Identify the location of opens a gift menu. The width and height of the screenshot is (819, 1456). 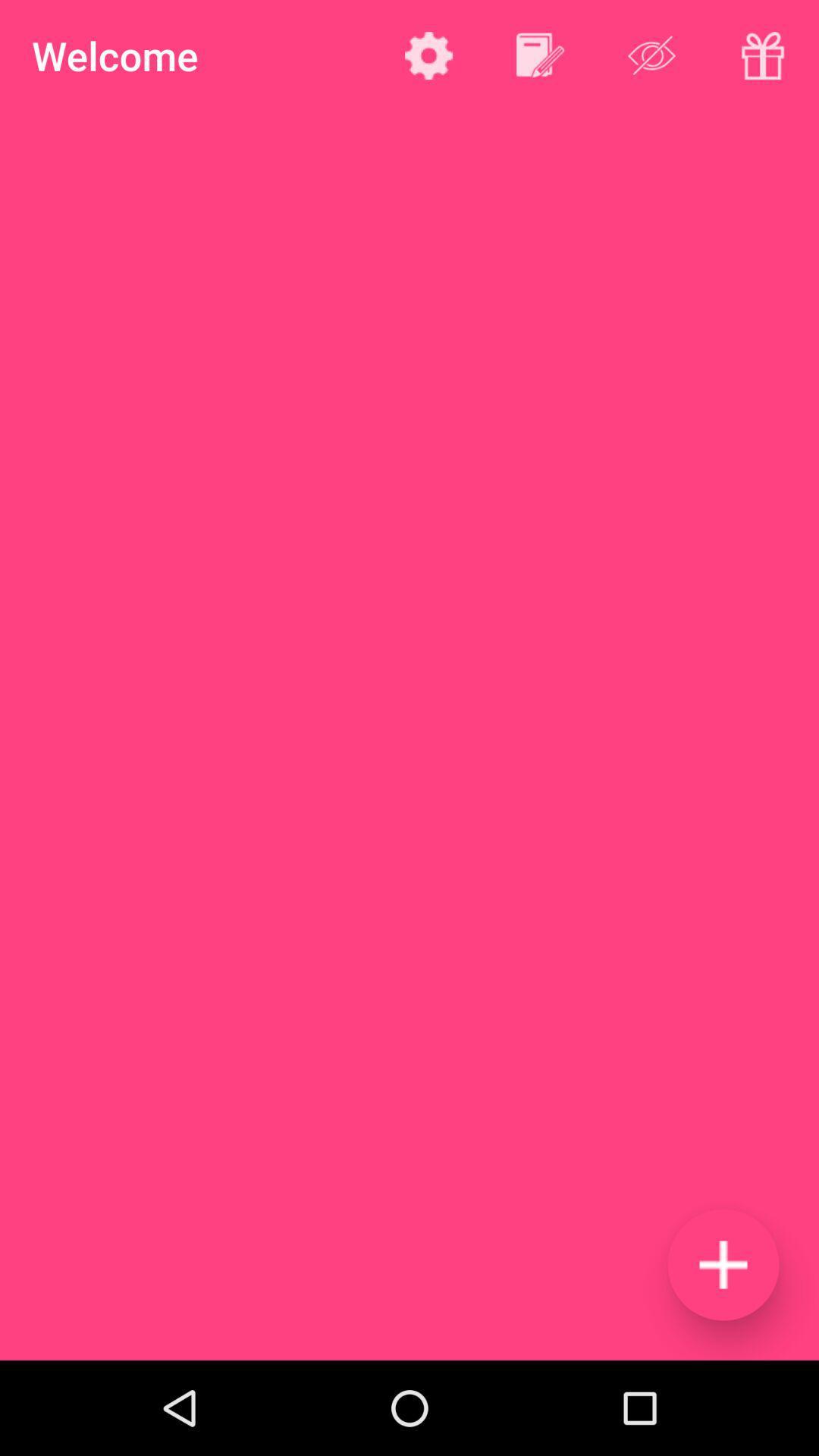
(763, 55).